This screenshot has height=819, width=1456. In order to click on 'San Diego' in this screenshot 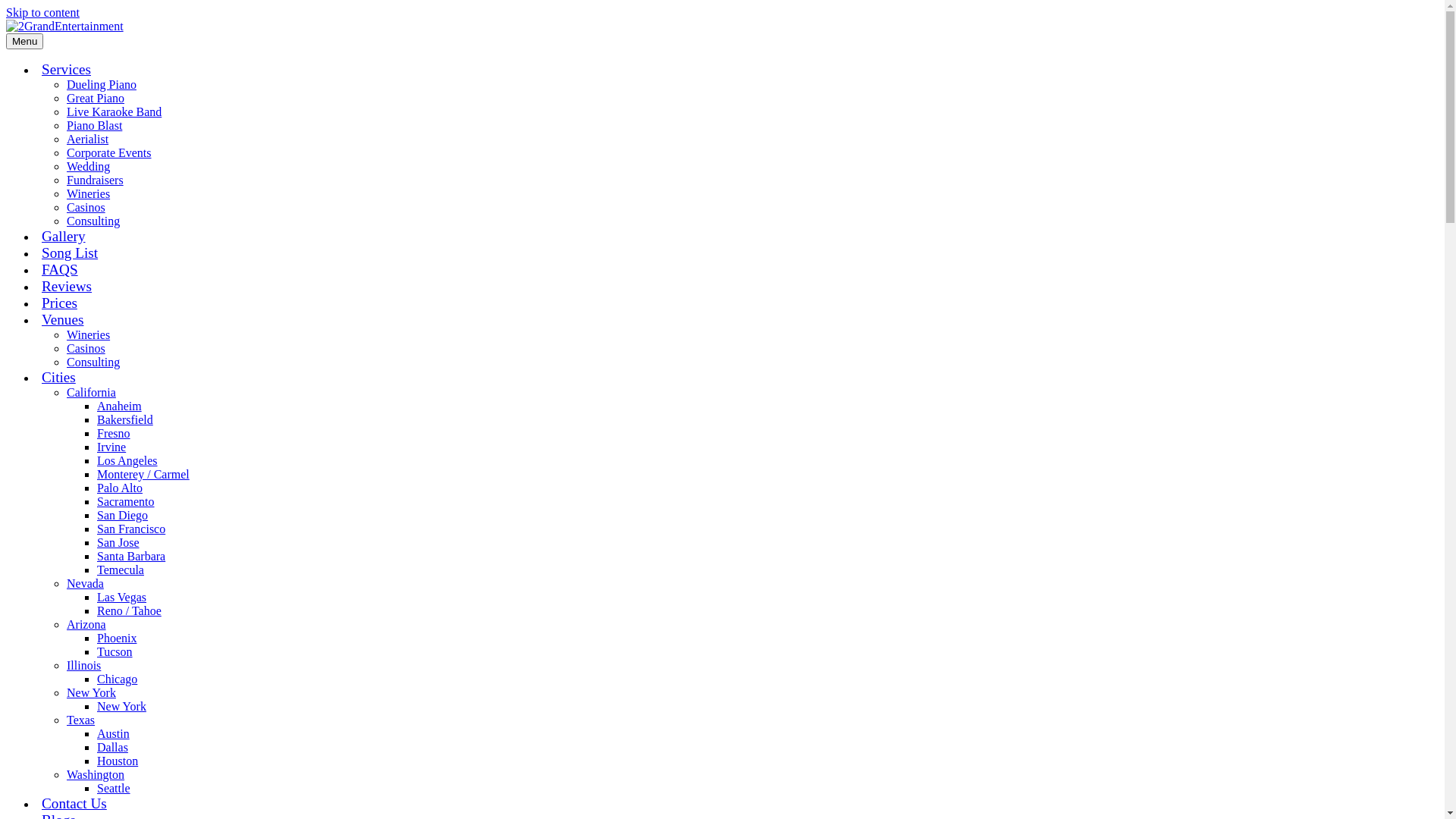, I will do `click(122, 514)`.